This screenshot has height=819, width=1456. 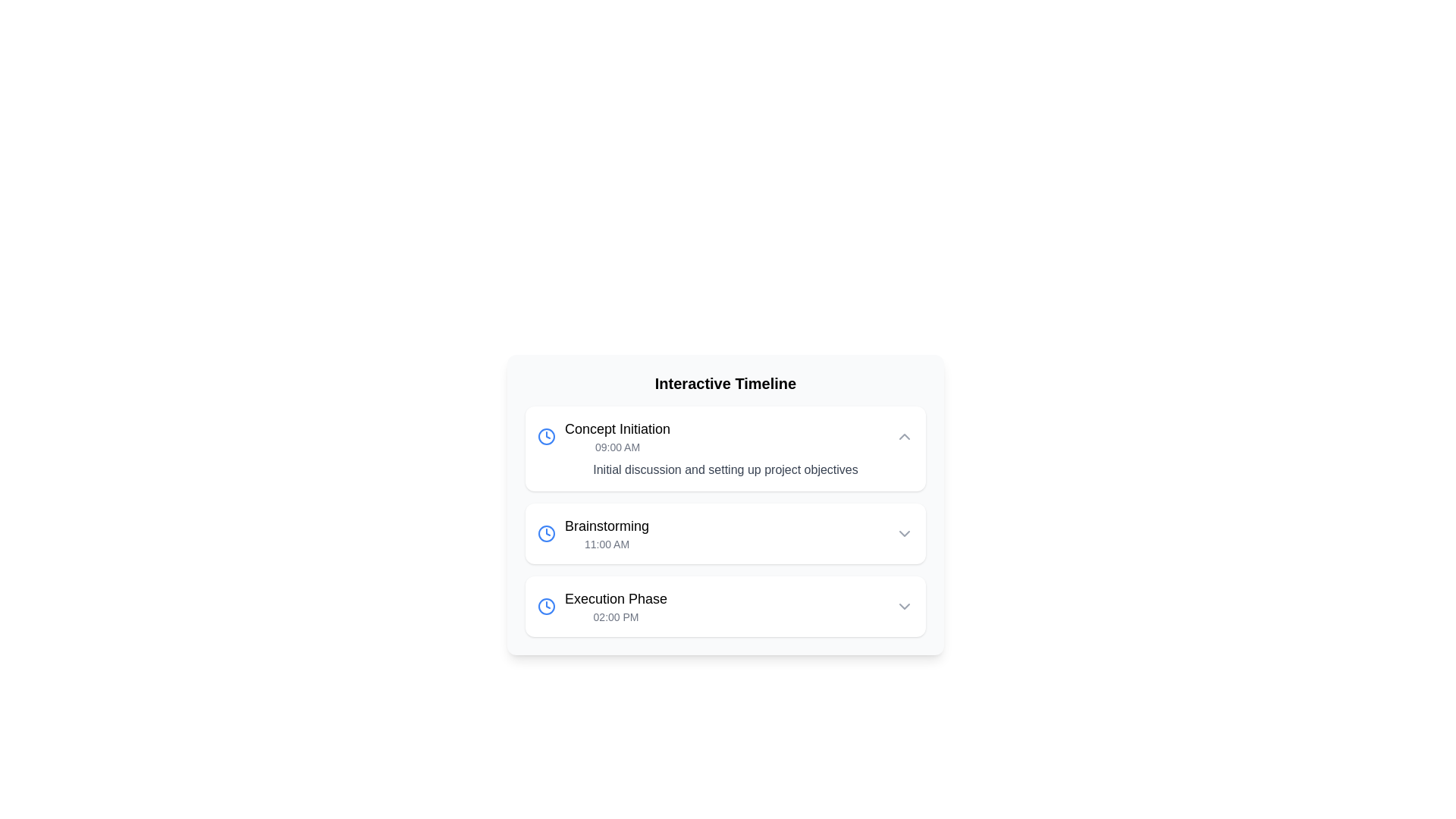 I want to click on the text label with an icon that displays the title and scheduled time for a timeline event, located at the top of the 'Interactive Timeline' list, so click(x=603, y=436).